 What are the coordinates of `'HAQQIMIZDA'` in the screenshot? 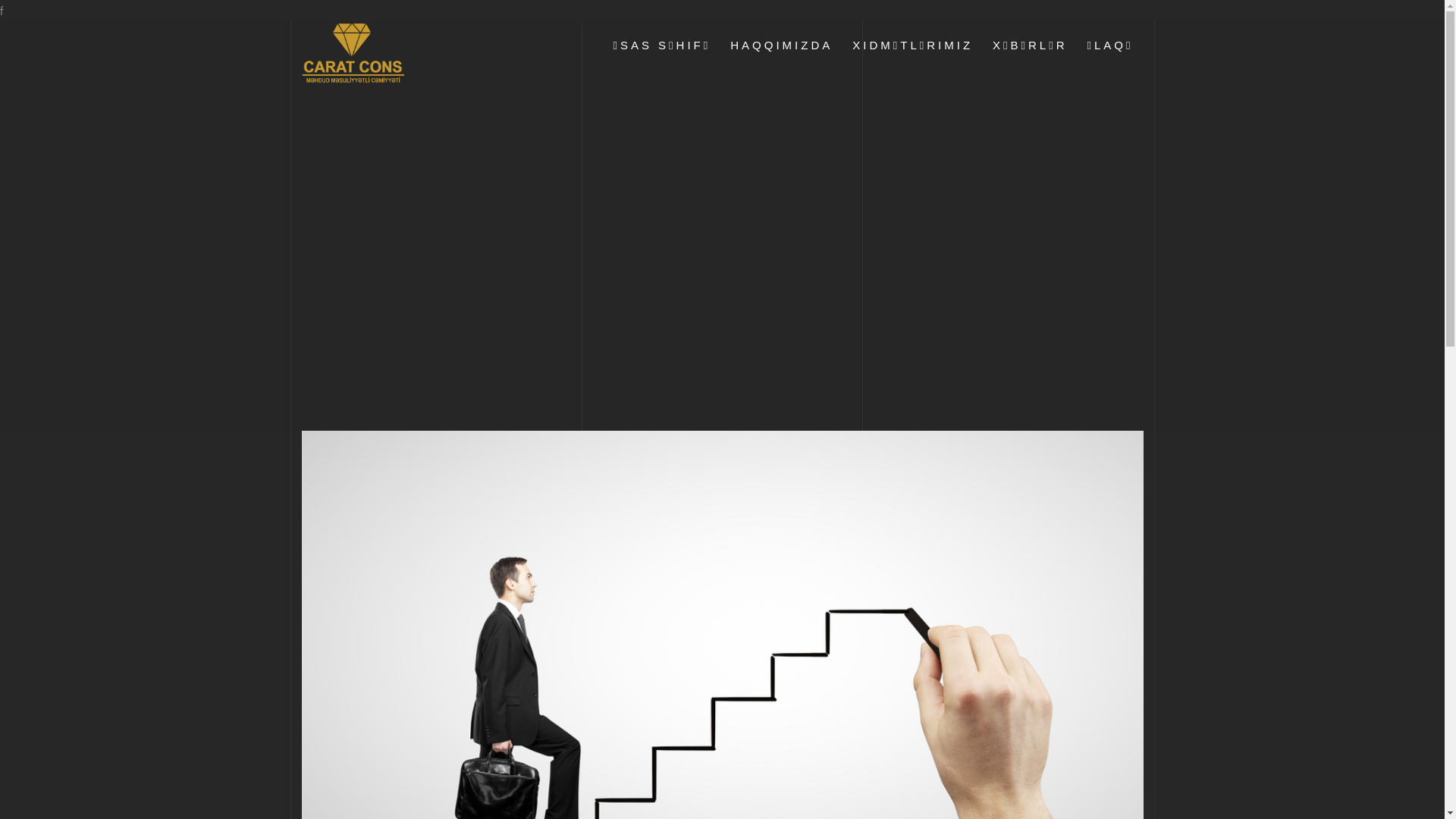 It's located at (781, 45).